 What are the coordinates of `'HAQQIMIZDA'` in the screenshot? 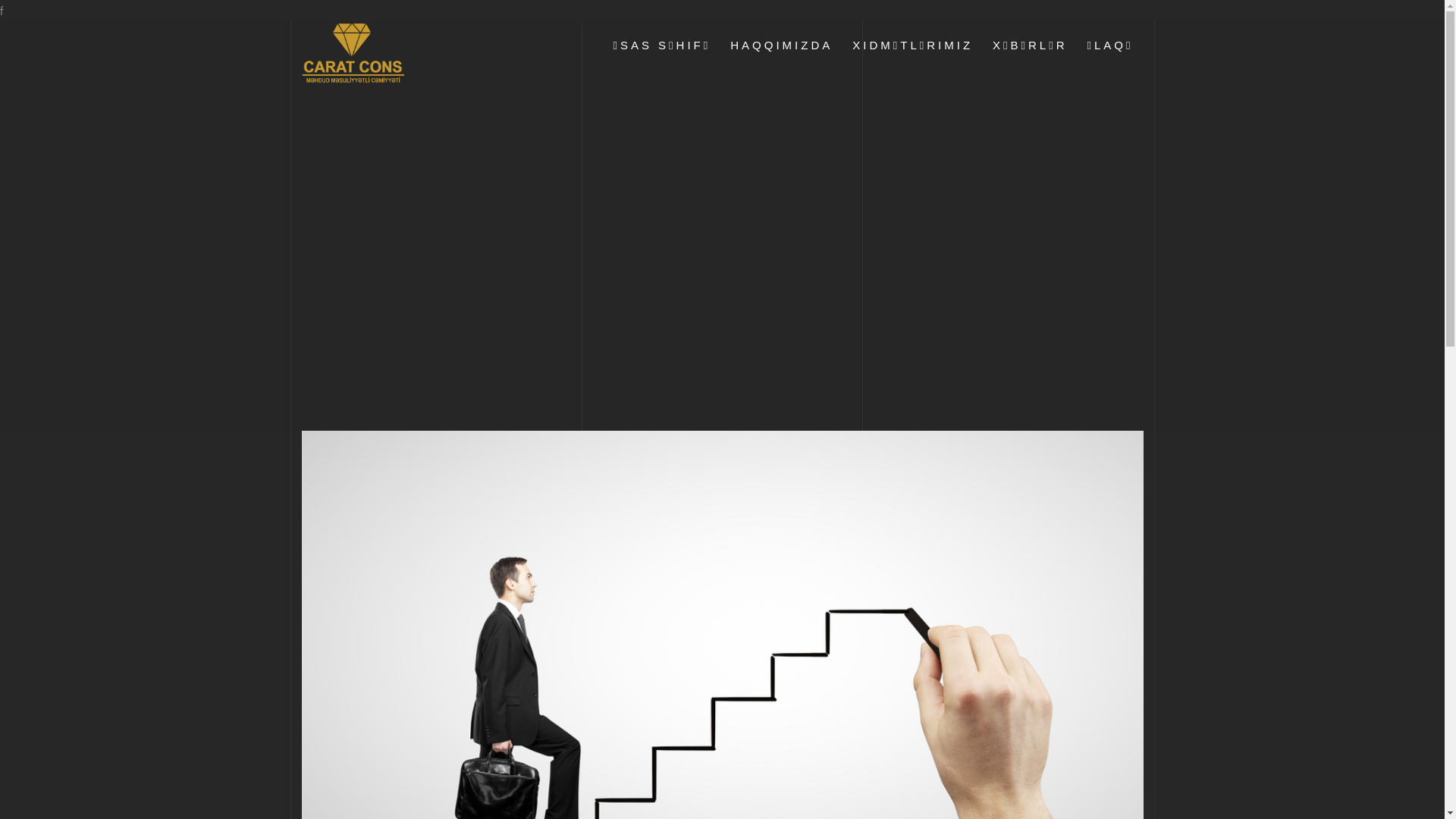 It's located at (781, 45).